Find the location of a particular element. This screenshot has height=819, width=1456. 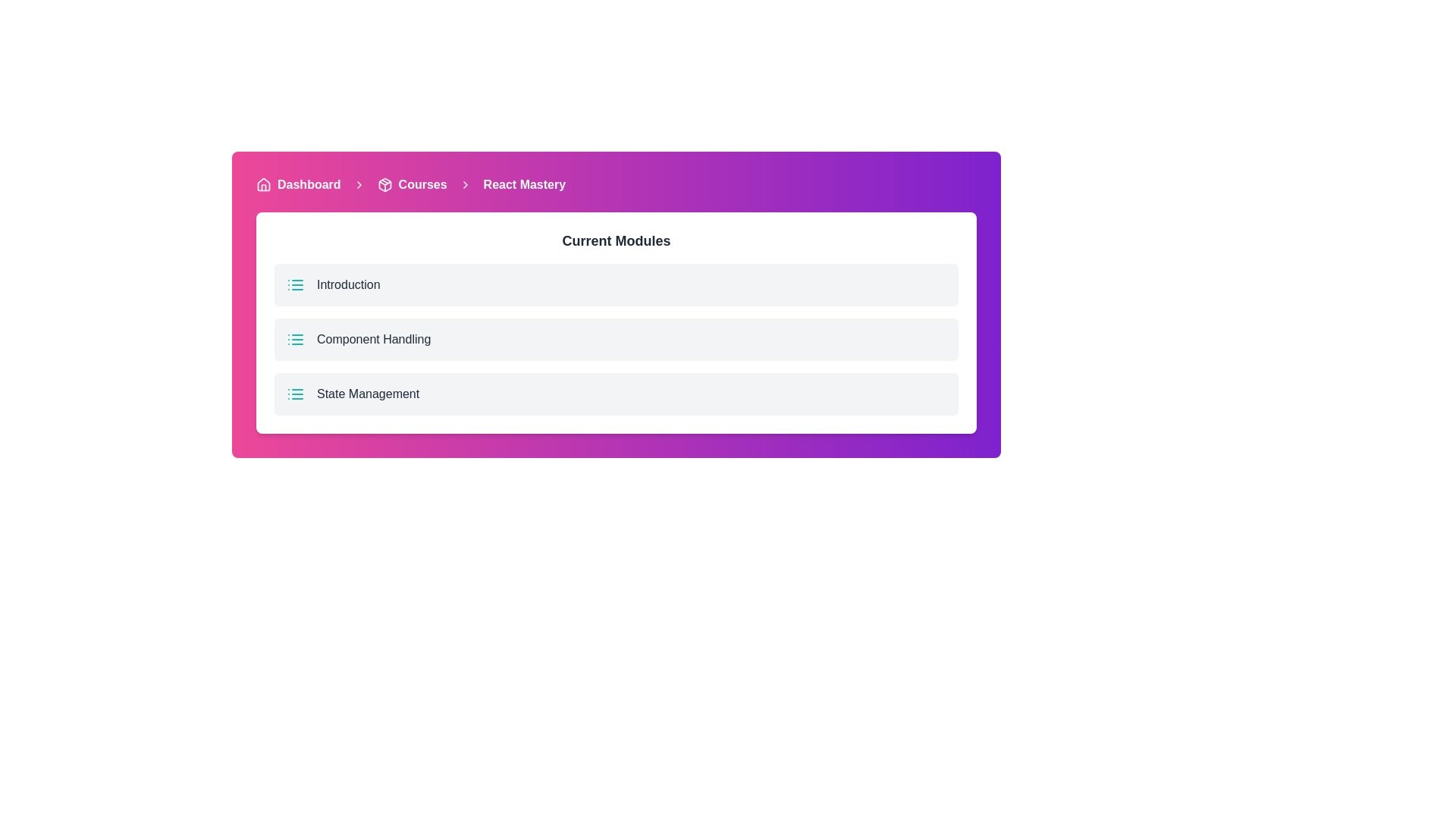

the 'Courses' hyperlink in the breadcrumb navigation bar to visualize the underline effect is located at coordinates (422, 184).